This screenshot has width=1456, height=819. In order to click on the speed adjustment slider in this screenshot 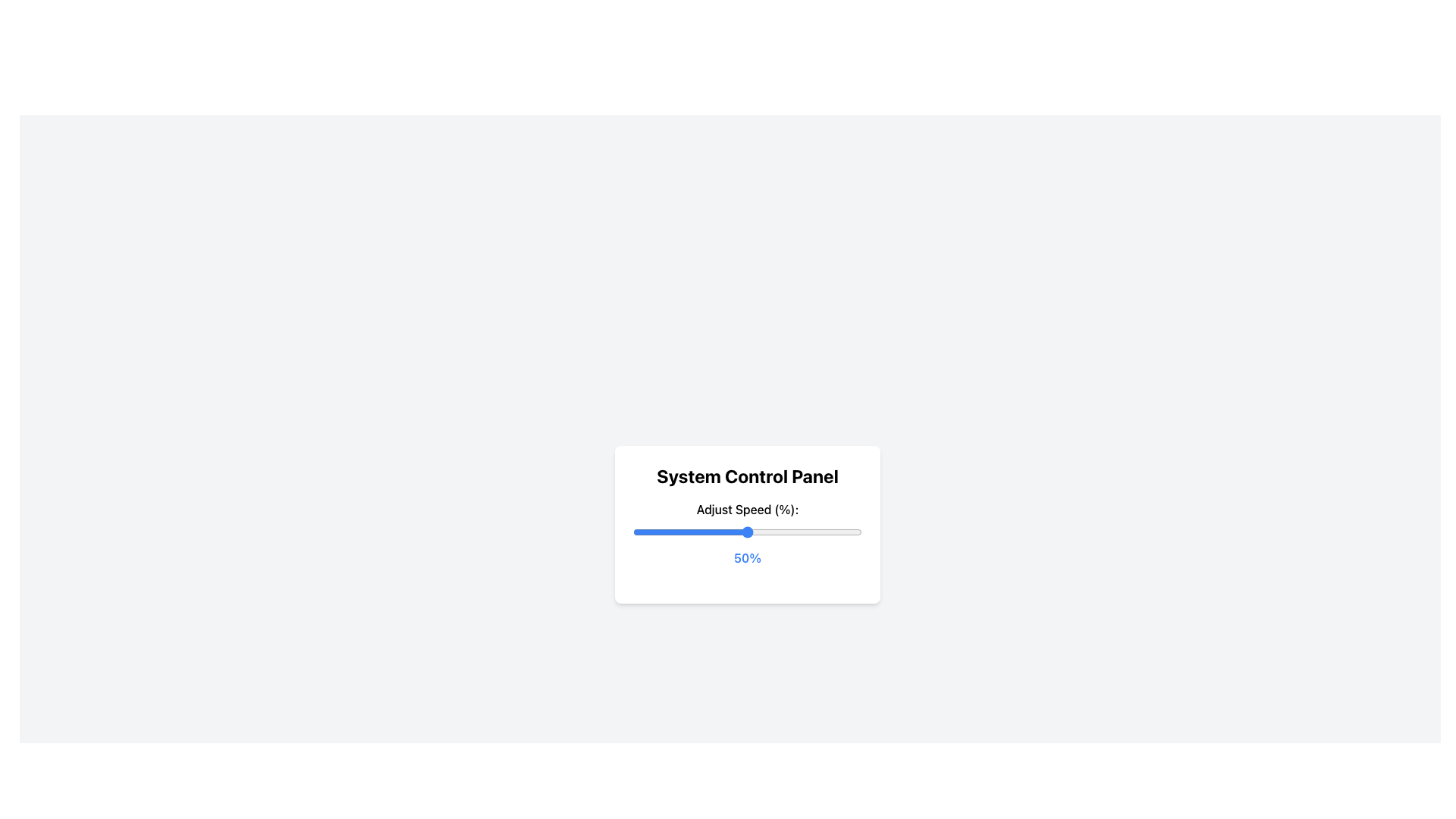, I will do `click(694, 532)`.